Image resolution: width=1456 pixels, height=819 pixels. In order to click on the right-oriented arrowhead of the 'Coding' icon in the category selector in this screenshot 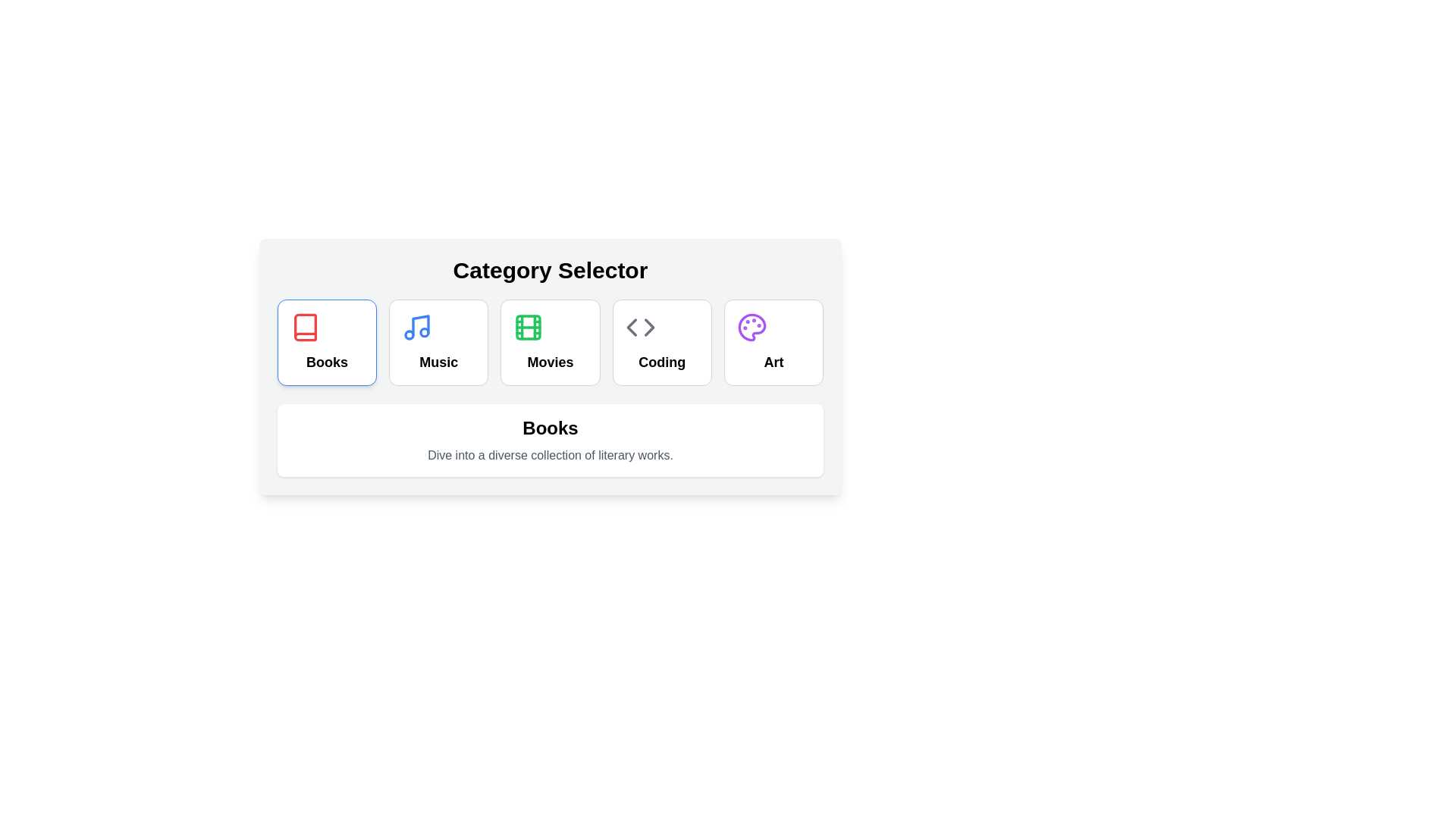, I will do `click(649, 327)`.